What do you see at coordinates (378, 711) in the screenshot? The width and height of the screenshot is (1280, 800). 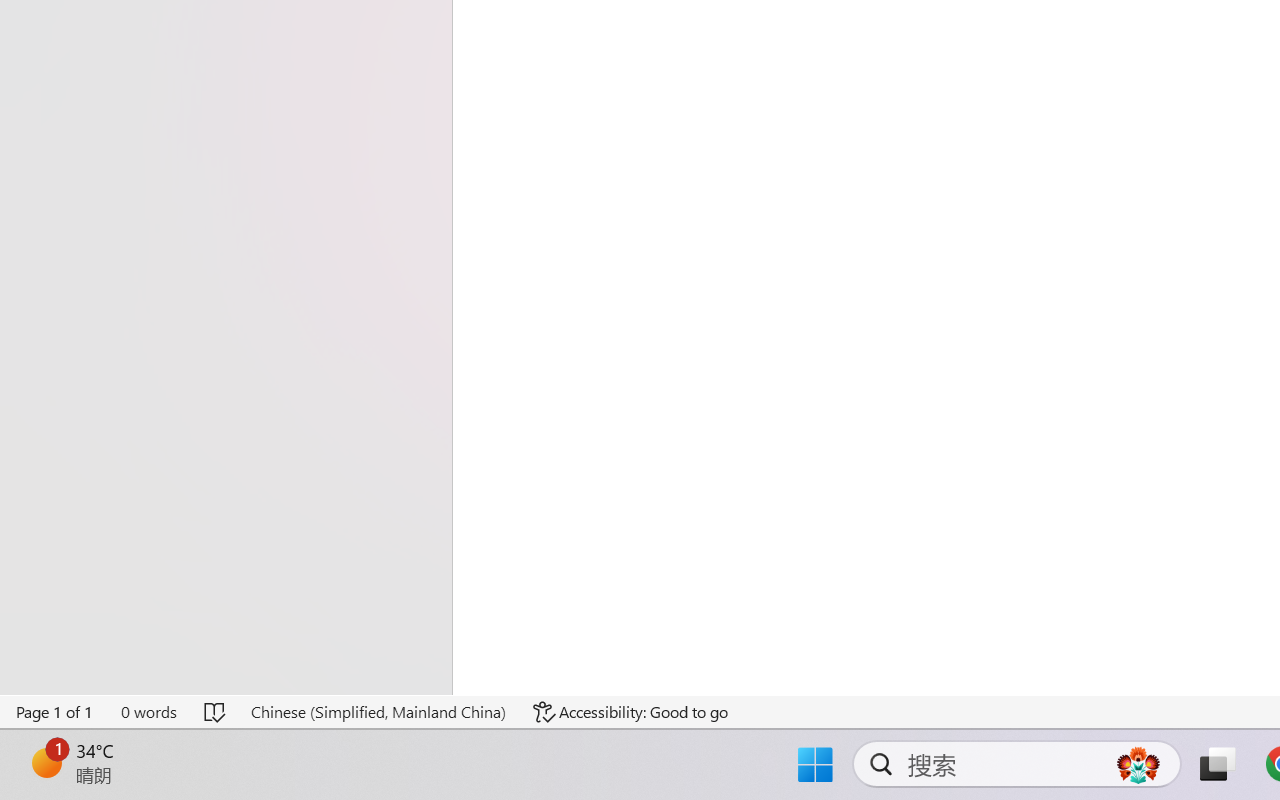 I see `'Language Chinese (Simplified, Mainland China)'` at bounding box center [378, 711].